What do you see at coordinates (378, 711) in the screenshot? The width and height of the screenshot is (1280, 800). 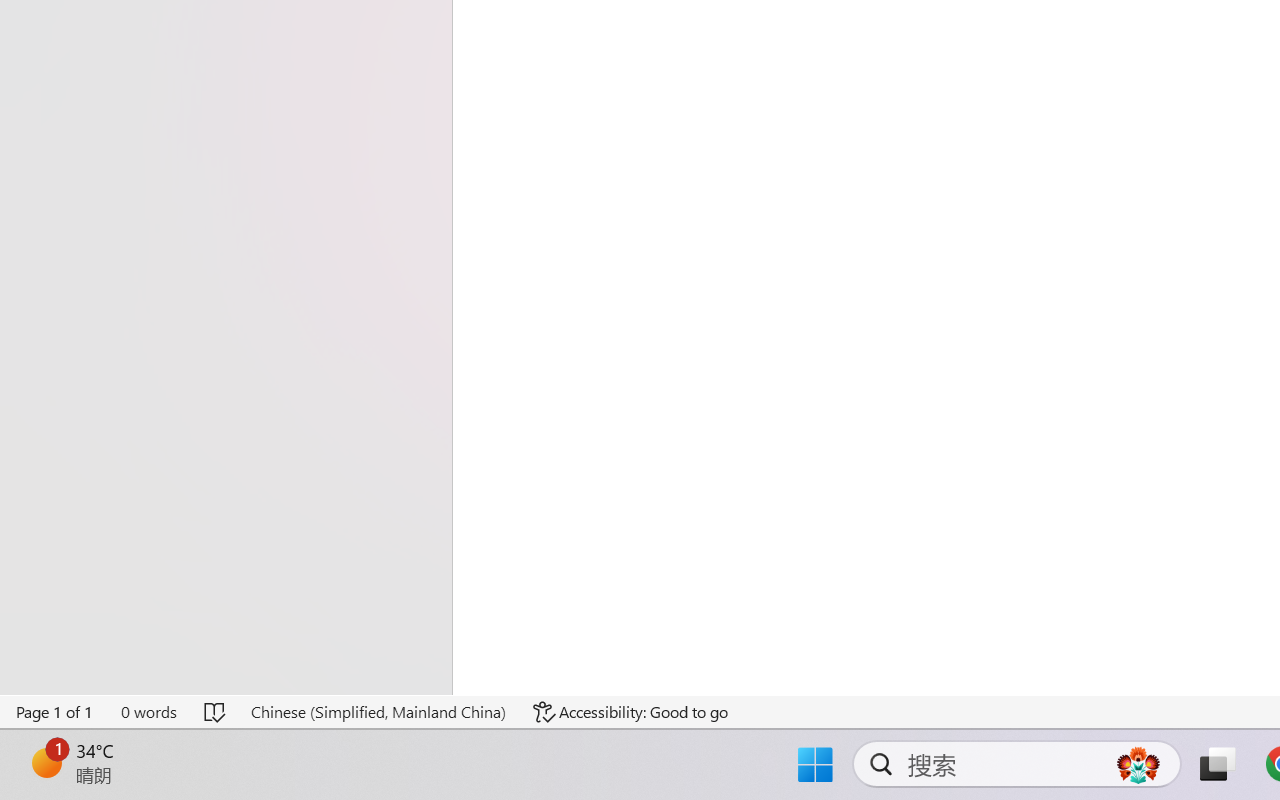 I see `'Language Chinese (Simplified, Mainland China)'` at bounding box center [378, 711].